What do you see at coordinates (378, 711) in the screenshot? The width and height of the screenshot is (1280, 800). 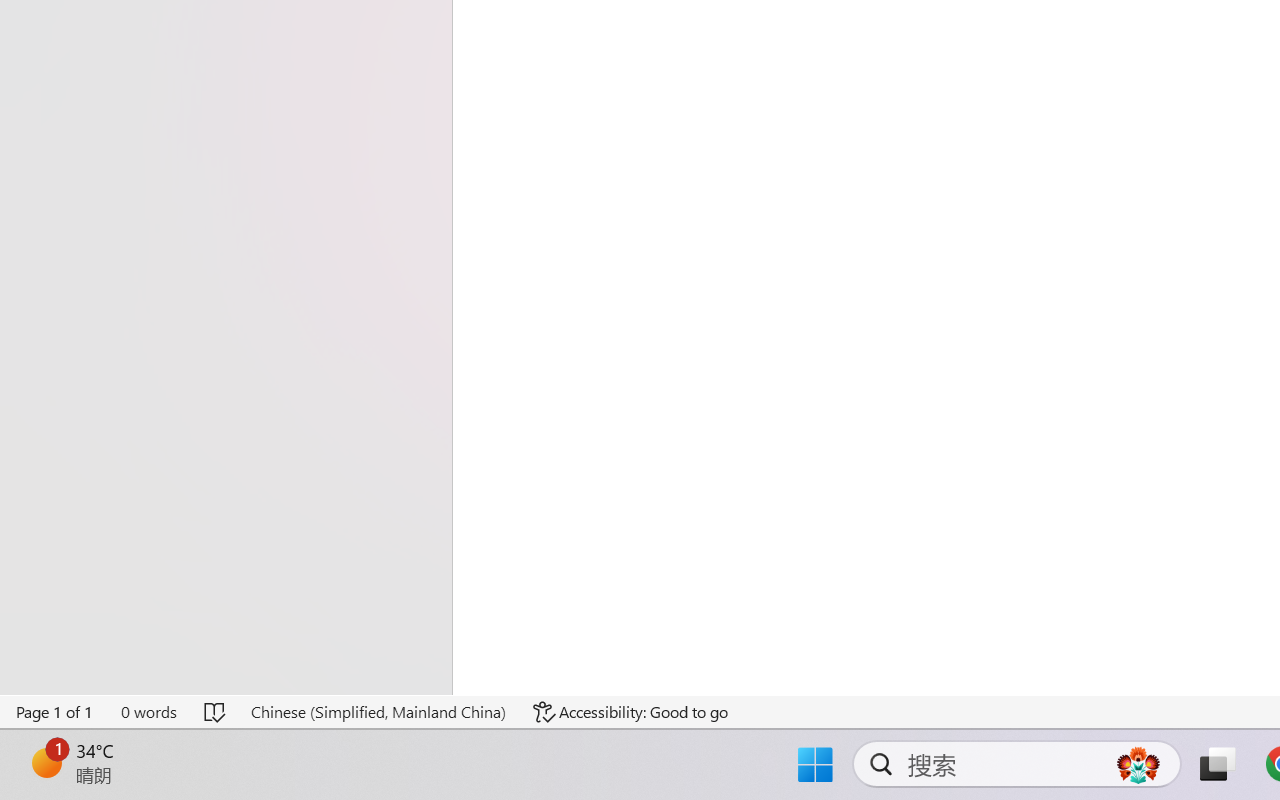 I see `'Language Chinese (Simplified, Mainland China)'` at bounding box center [378, 711].